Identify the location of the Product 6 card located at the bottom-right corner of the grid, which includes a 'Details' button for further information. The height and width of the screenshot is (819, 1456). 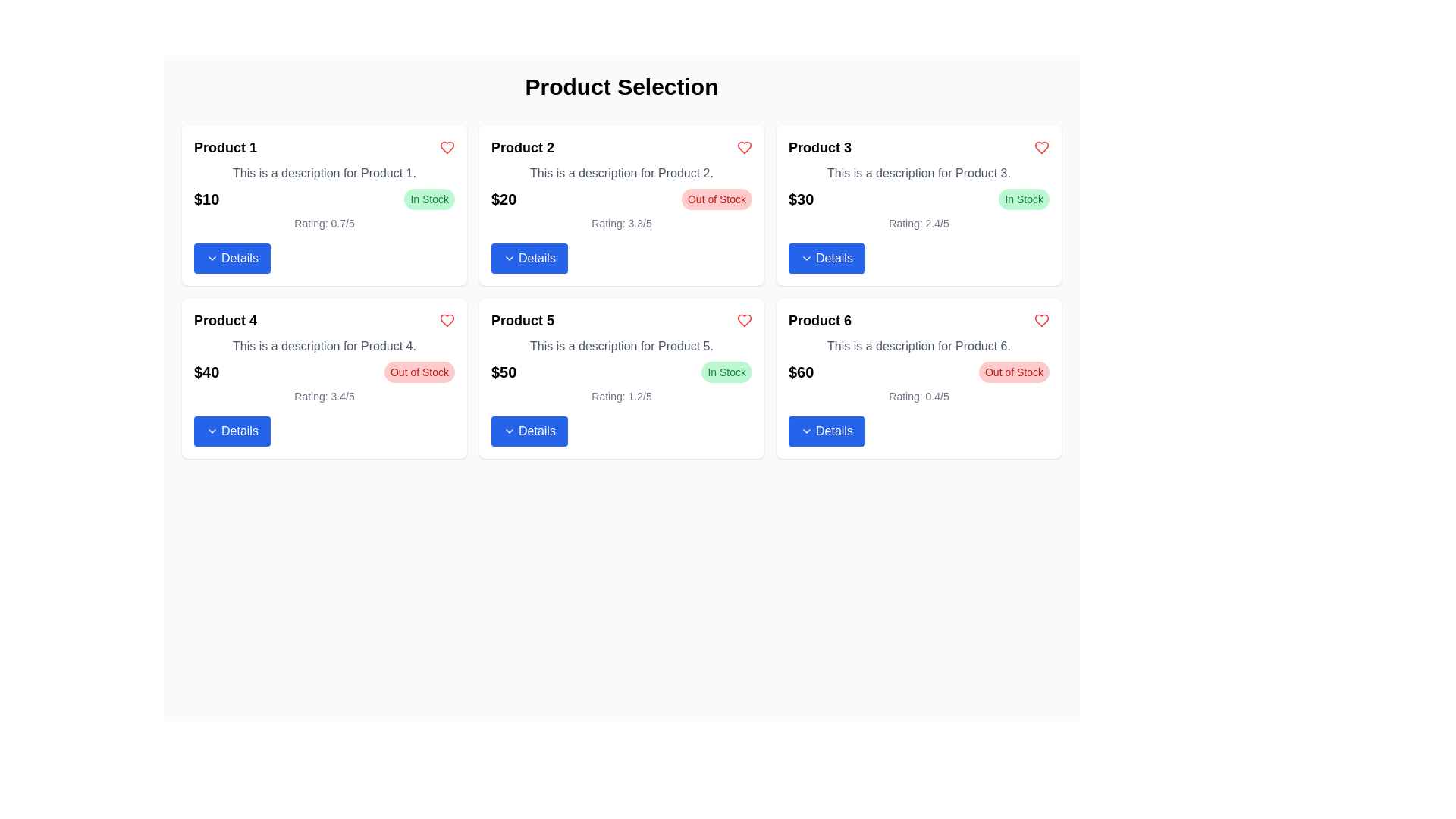
(918, 377).